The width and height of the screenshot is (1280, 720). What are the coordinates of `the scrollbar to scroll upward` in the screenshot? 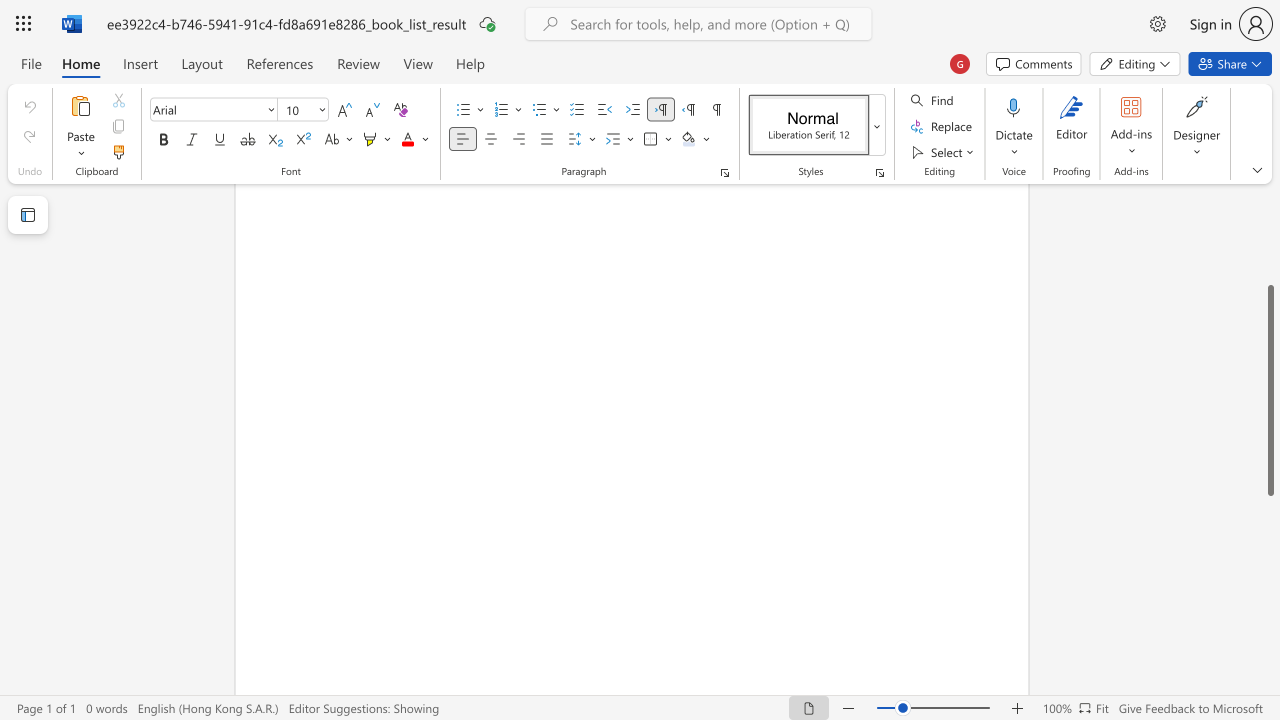 It's located at (1269, 270).